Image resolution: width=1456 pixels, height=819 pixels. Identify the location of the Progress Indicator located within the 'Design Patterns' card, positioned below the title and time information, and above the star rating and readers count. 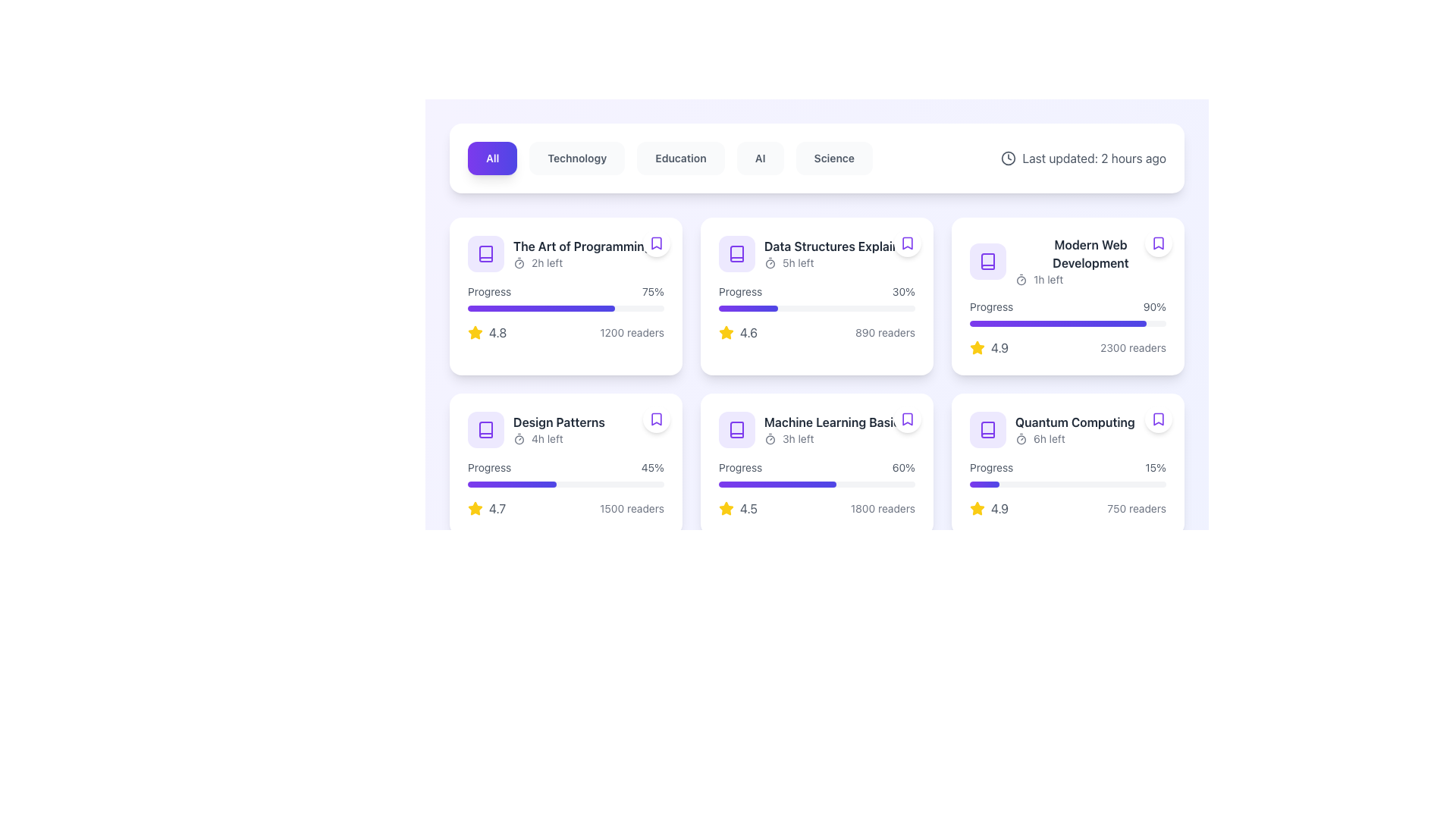
(565, 472).